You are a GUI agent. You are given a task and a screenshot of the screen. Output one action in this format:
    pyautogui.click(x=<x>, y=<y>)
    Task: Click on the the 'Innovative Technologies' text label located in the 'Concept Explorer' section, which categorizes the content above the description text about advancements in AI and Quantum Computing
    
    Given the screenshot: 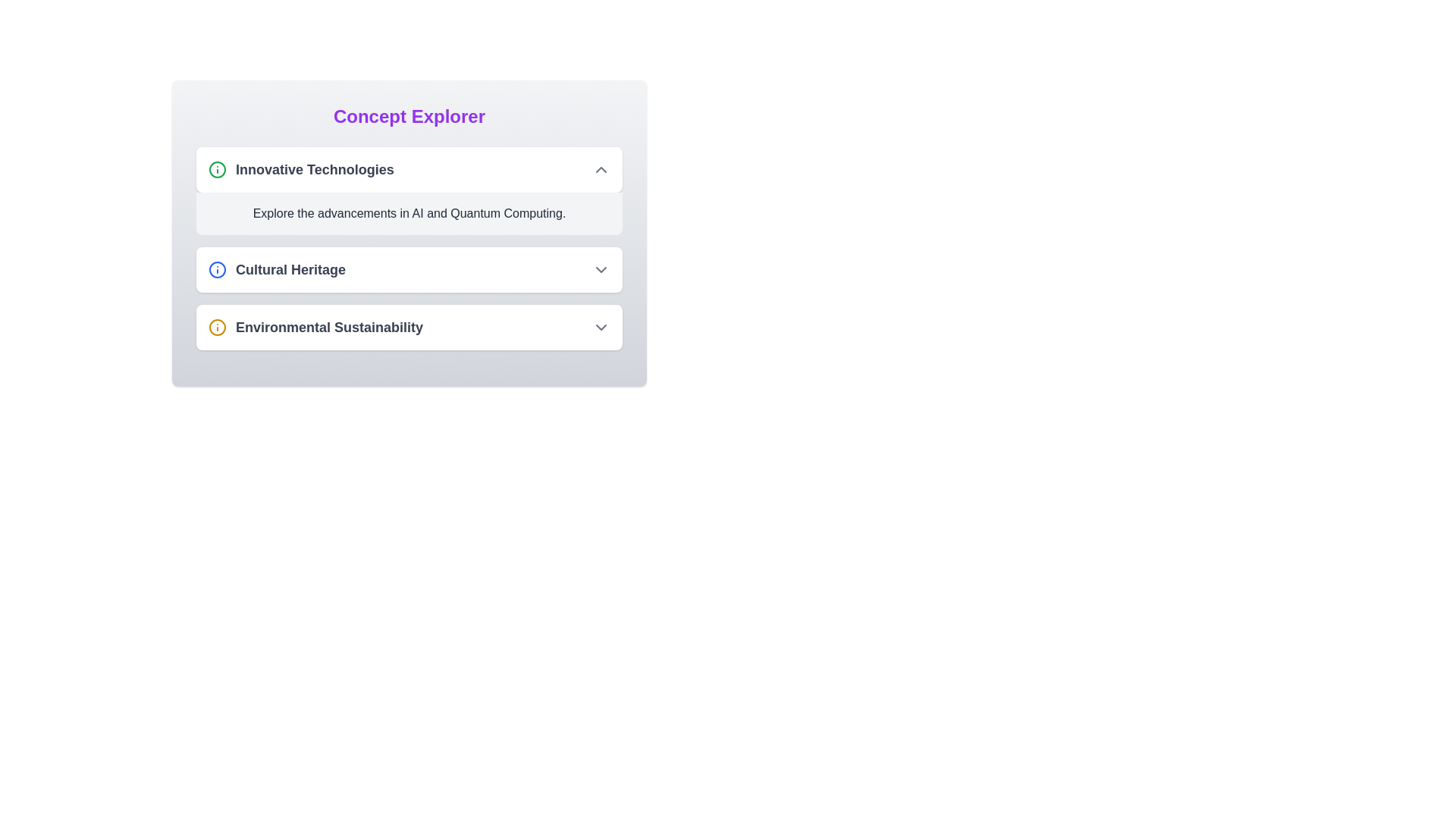 What is the action you would take?
    pyautogui.click(x=314, y=169)
    